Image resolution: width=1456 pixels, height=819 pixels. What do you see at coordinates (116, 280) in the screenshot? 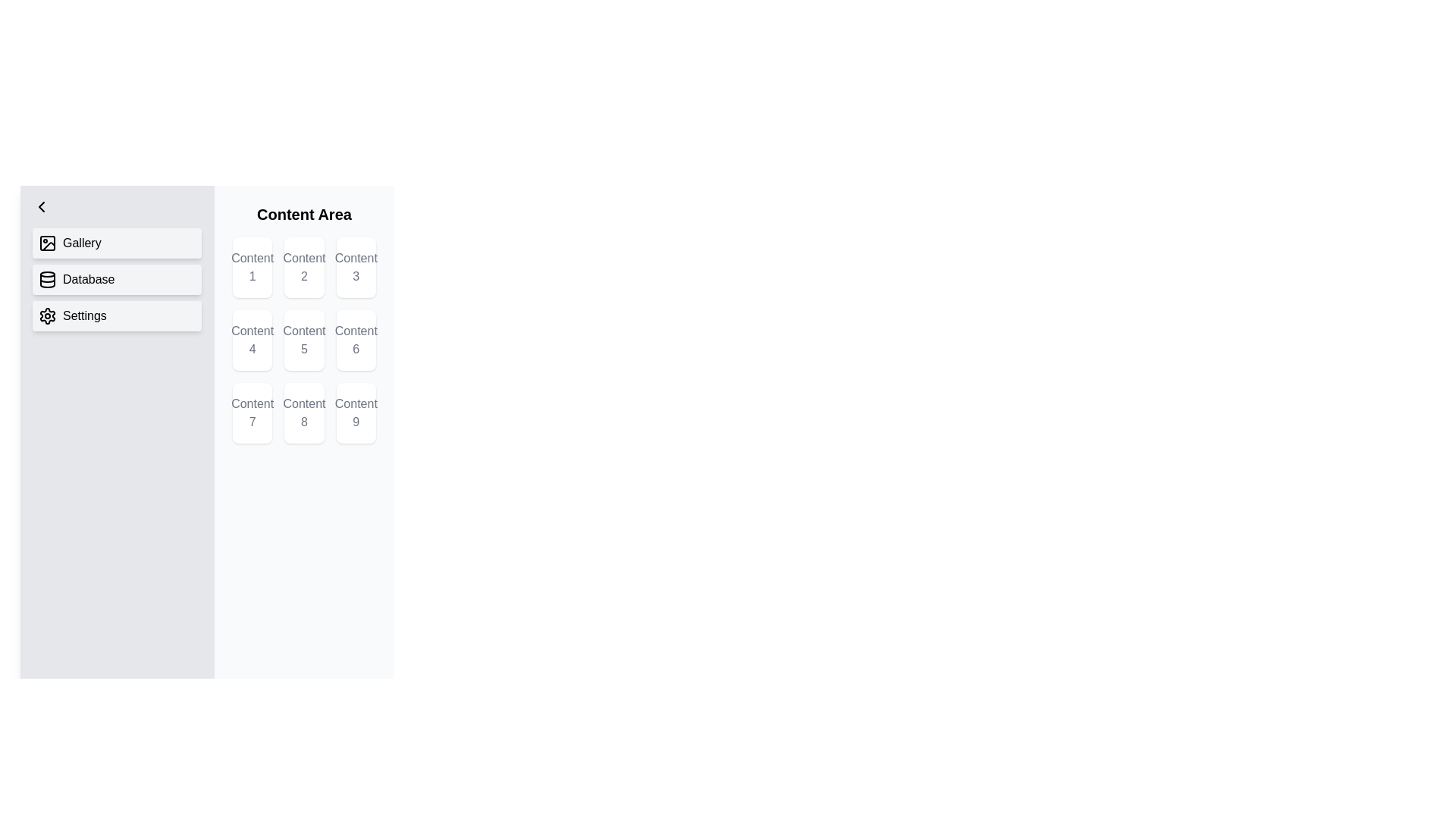
I see `the second menu item in the sidebar labeled 'Menu'` at bounding box center [116, 280].